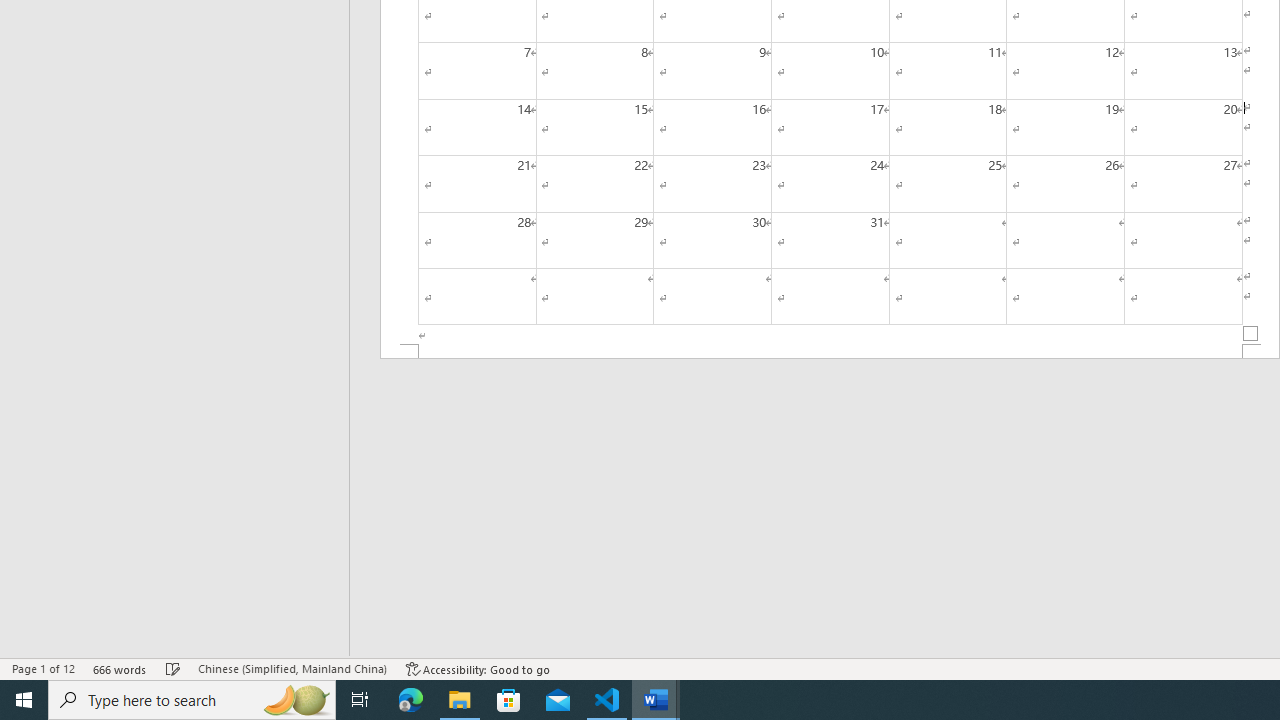 This screenshot has width=1280, height=720. What do you see at coordinates (830, 350) in the screenshot?
I see `'Footer -Section 1-'` at bounding box center [830, 350].